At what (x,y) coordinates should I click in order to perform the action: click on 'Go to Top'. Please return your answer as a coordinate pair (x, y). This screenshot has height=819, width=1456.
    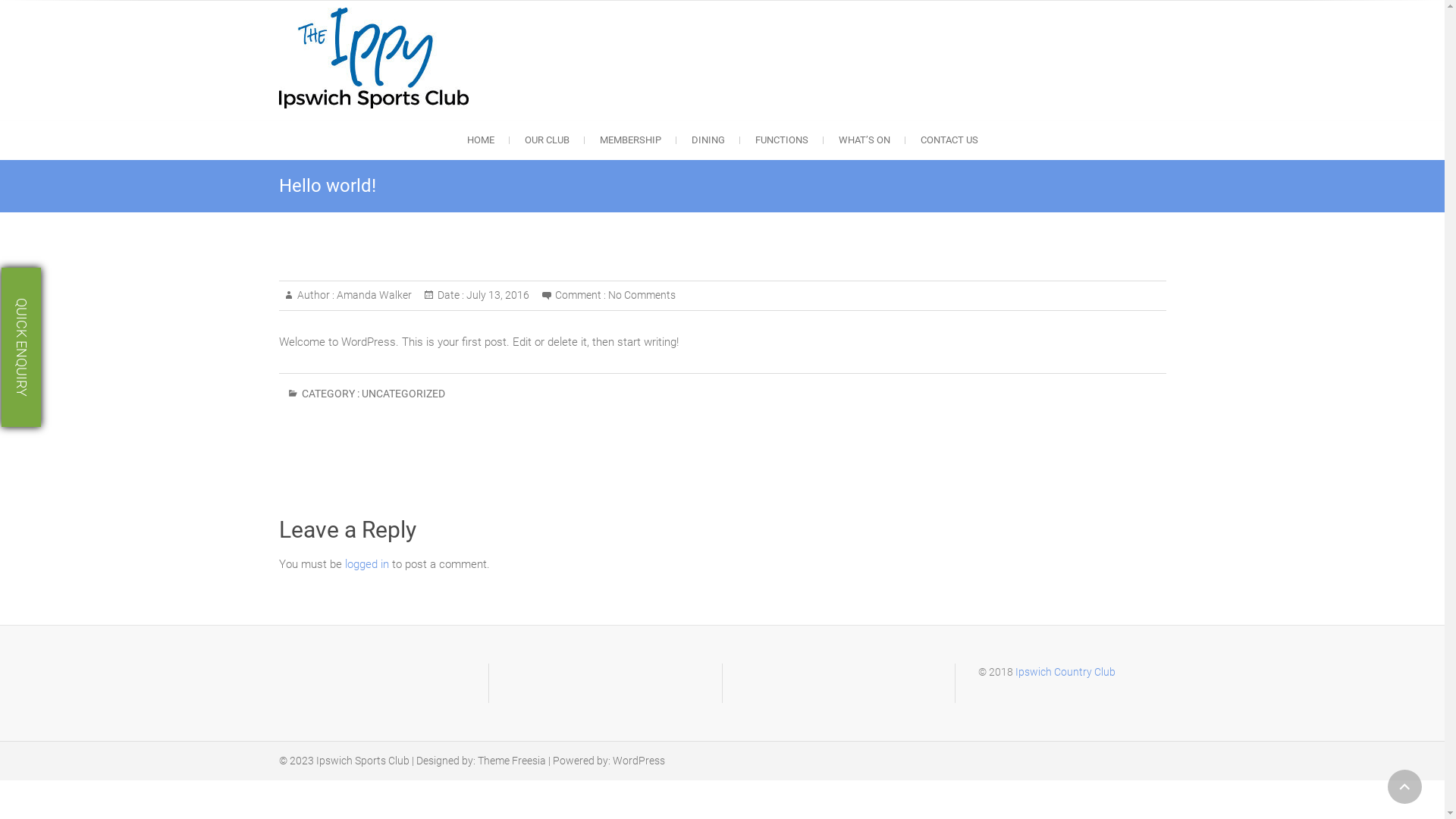
    Looking at the image, I should click on (1404, 786).